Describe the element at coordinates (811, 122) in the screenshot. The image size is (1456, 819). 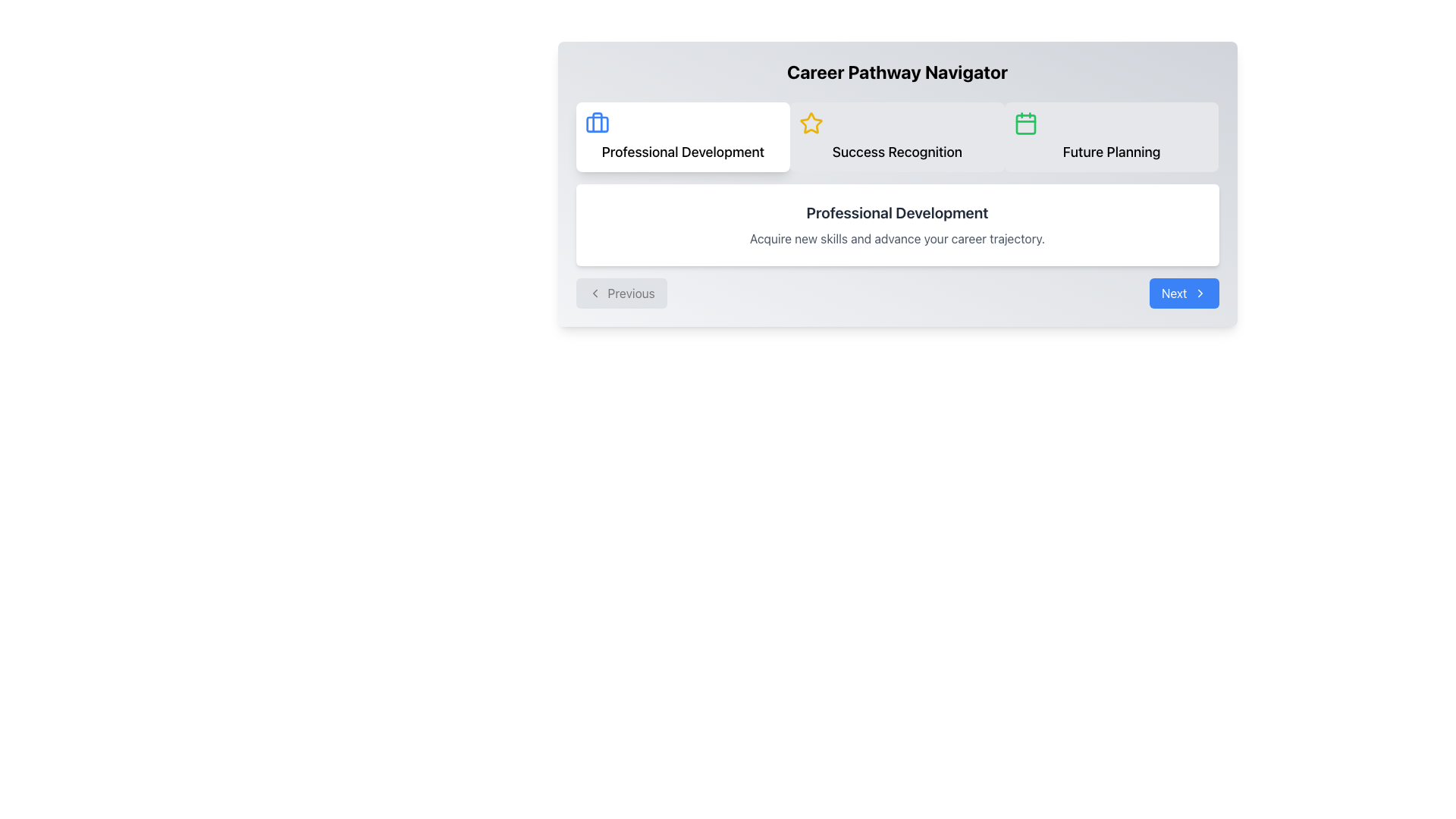
I see `the star-shaped yellow icon in the horizontal navigation bar, located between the 'Professional Development' and 'Future Planning' sections` at that location.